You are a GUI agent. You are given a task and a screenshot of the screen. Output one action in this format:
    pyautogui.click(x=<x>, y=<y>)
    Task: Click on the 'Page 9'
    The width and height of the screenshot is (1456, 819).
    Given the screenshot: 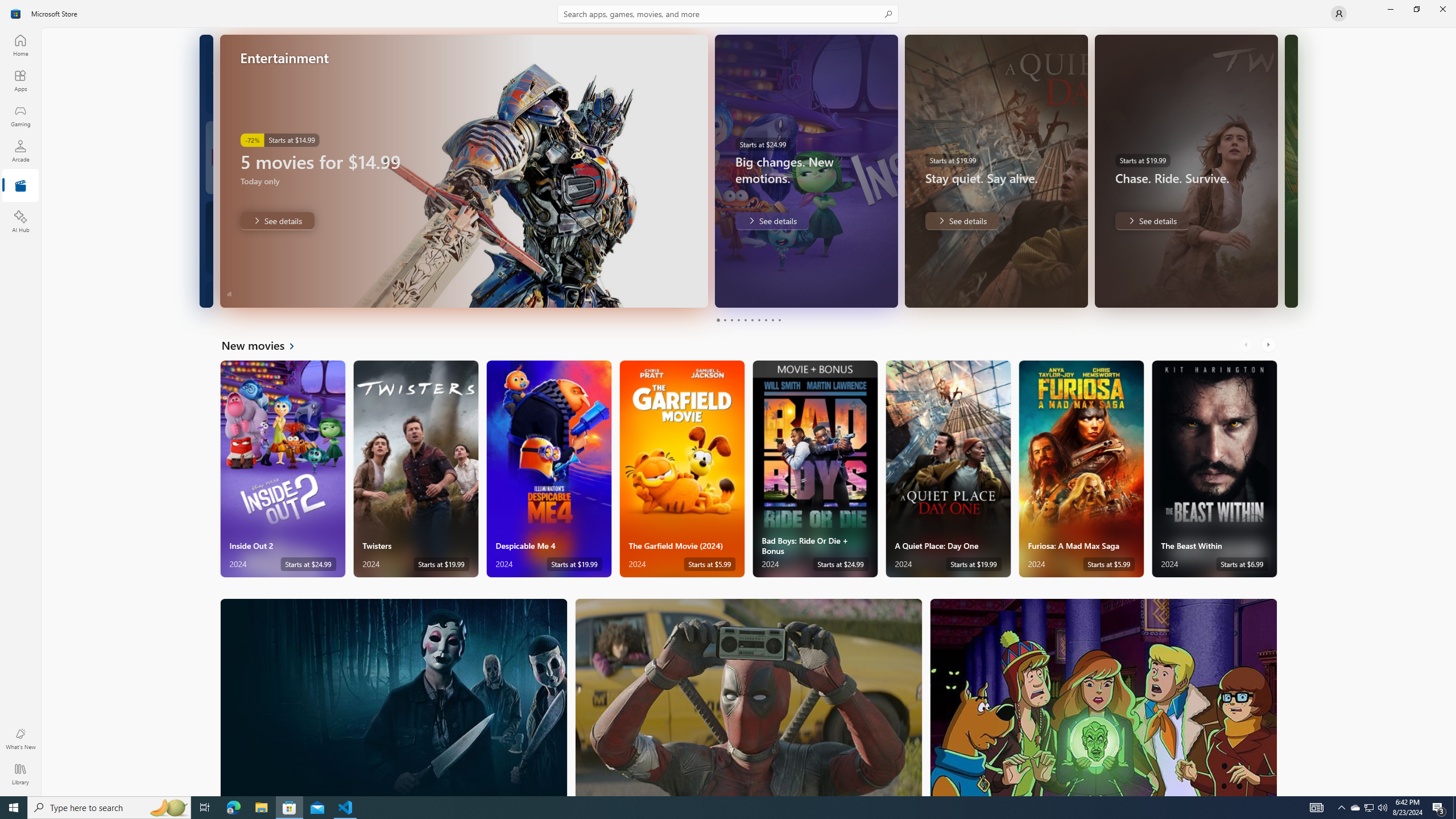 What is the action you would take?
    pyautogui.click(x=772, y=320)
    